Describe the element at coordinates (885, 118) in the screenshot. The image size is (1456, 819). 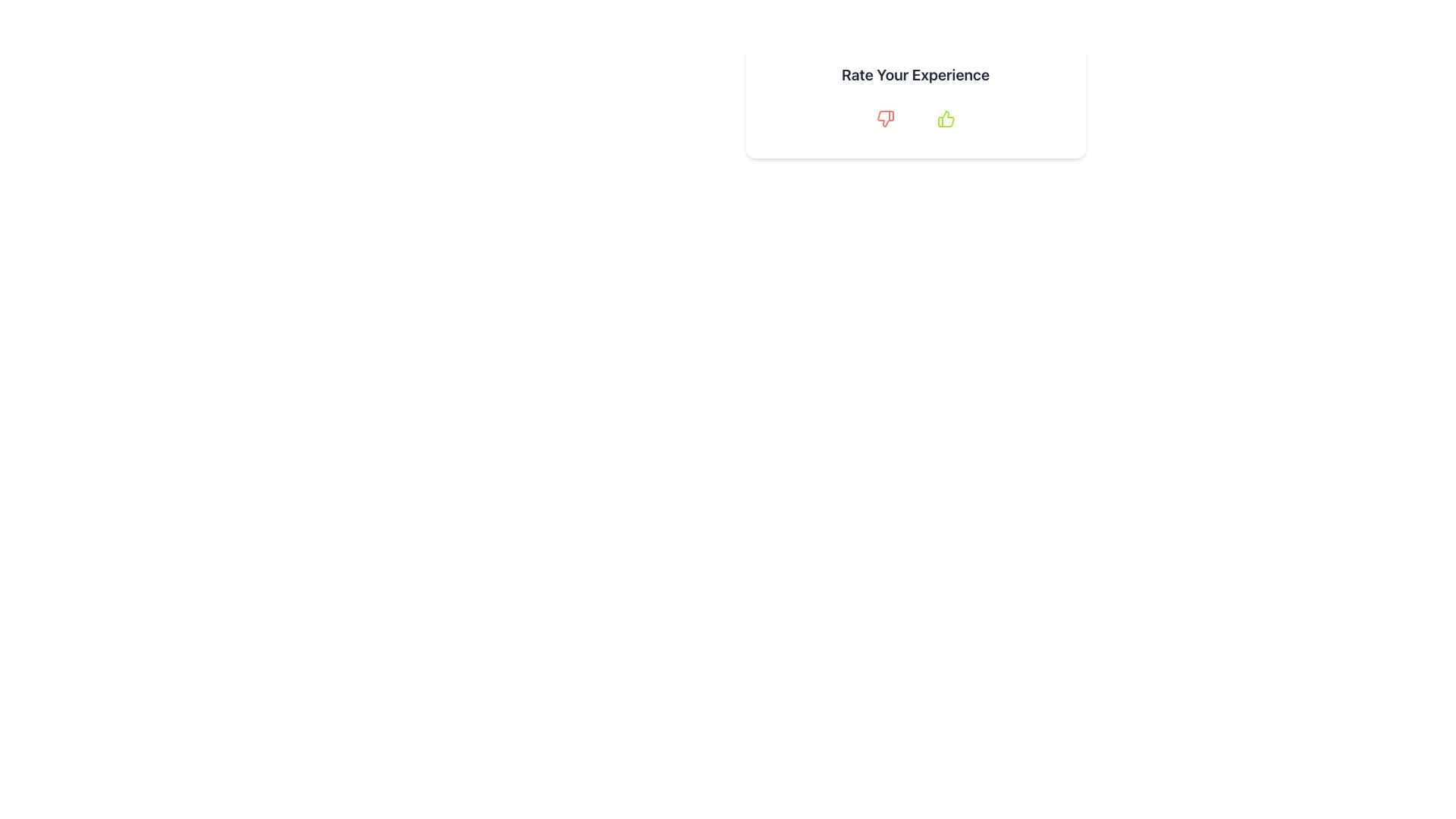
I see `the negative feedback icon positioned on the left side of the feedback options, aligned horizontally with a green thumbs-up icon` at that location.